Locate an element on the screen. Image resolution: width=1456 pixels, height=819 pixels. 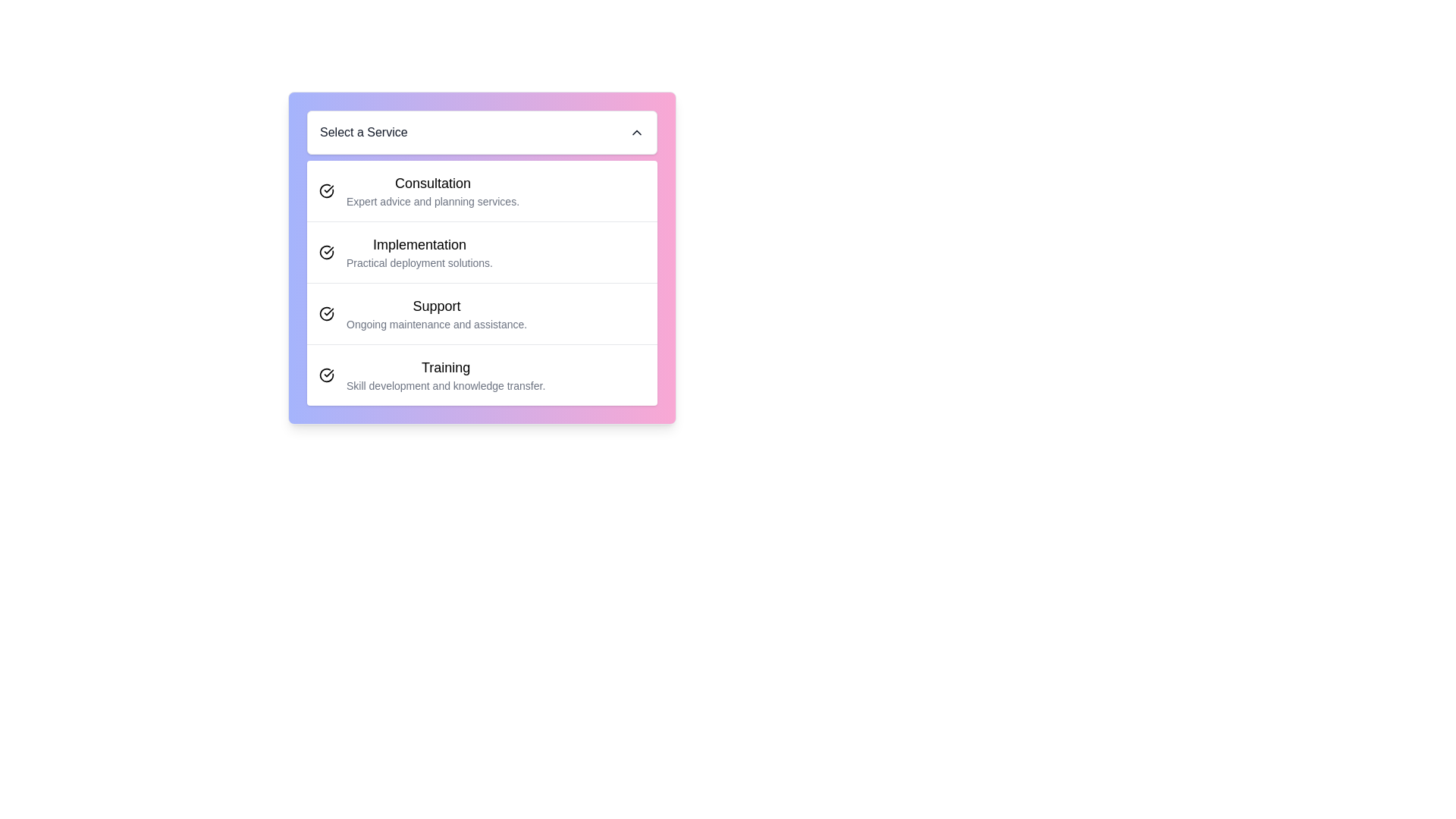
the circular checkmark icon that serves as the selection control for the 'Support' option is located at coordinates (326, 312).